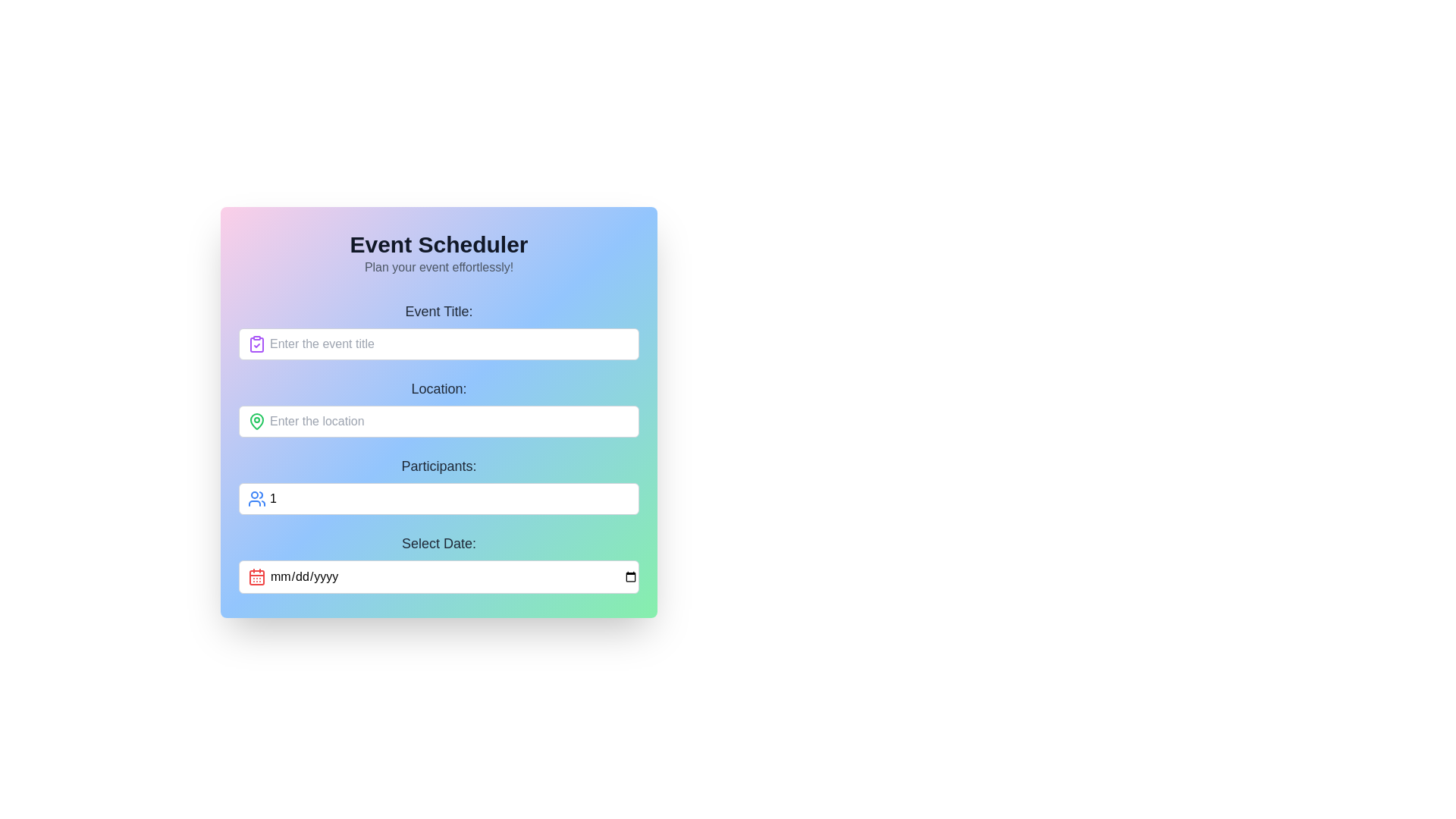  What do you see at coordinates (257, 344) in the screenshot?
I see `the clipboard icon with a checkmark, which is styled in purple and located to the left of the event title text input field` at bounding box center [257, 344].